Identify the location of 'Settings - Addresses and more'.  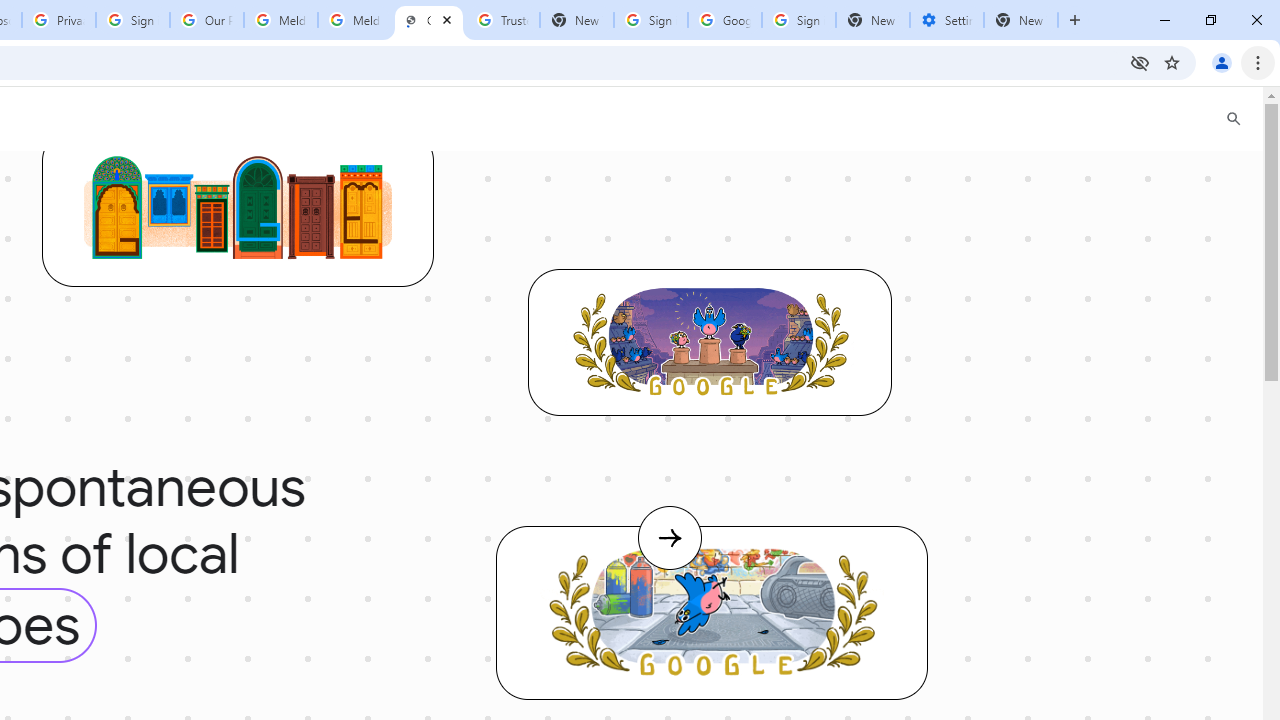
(946, 20).